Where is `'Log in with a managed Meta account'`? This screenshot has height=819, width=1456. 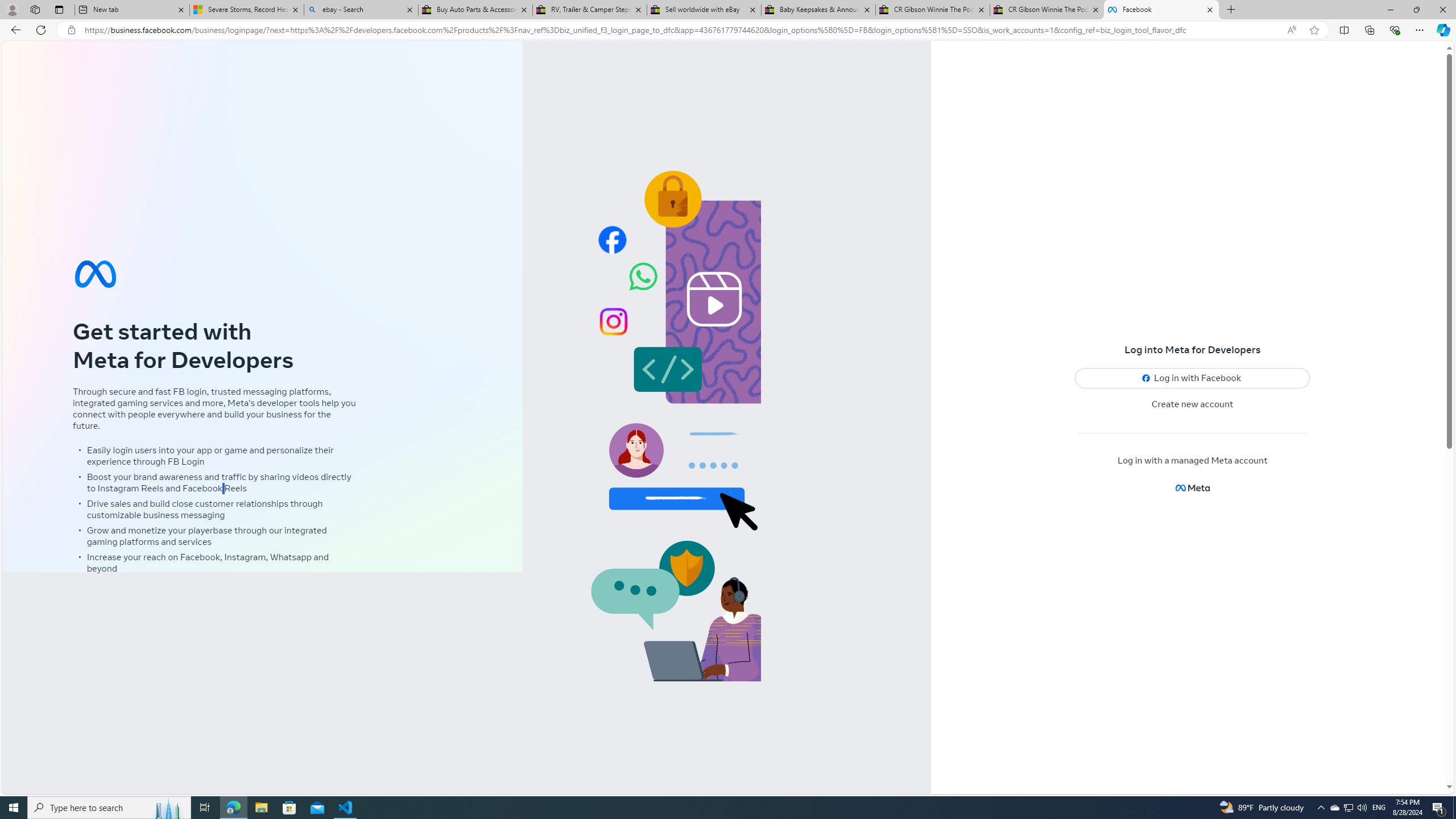 'Log in with a managed Meta account' is located at coordinates (1192, 460).